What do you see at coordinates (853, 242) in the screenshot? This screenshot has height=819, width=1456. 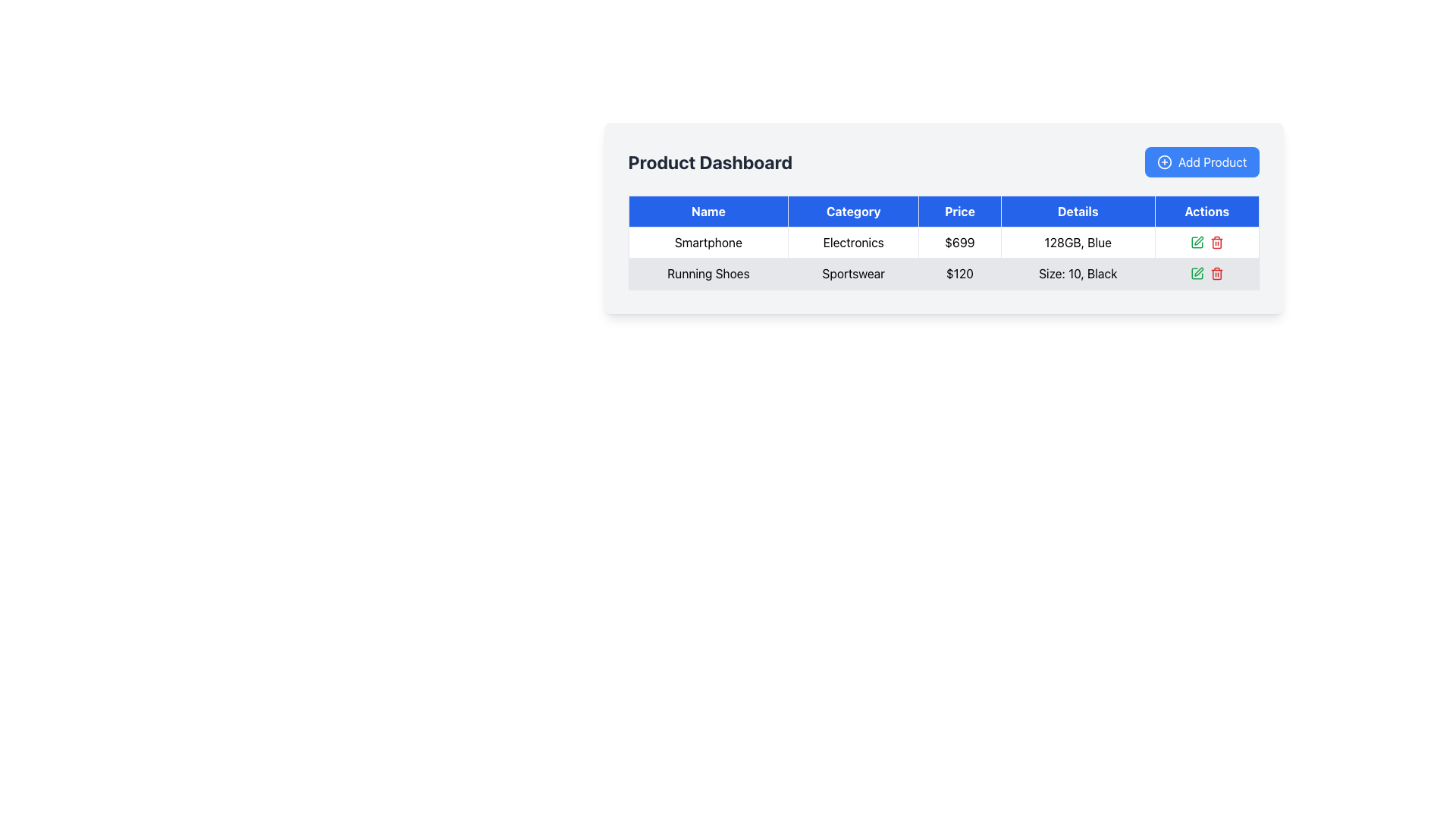 I see `text from the table cell labeled 'Electronics', which is located in the second column of the first row beneath the 'Category' header` at bounding box center [853, 242].